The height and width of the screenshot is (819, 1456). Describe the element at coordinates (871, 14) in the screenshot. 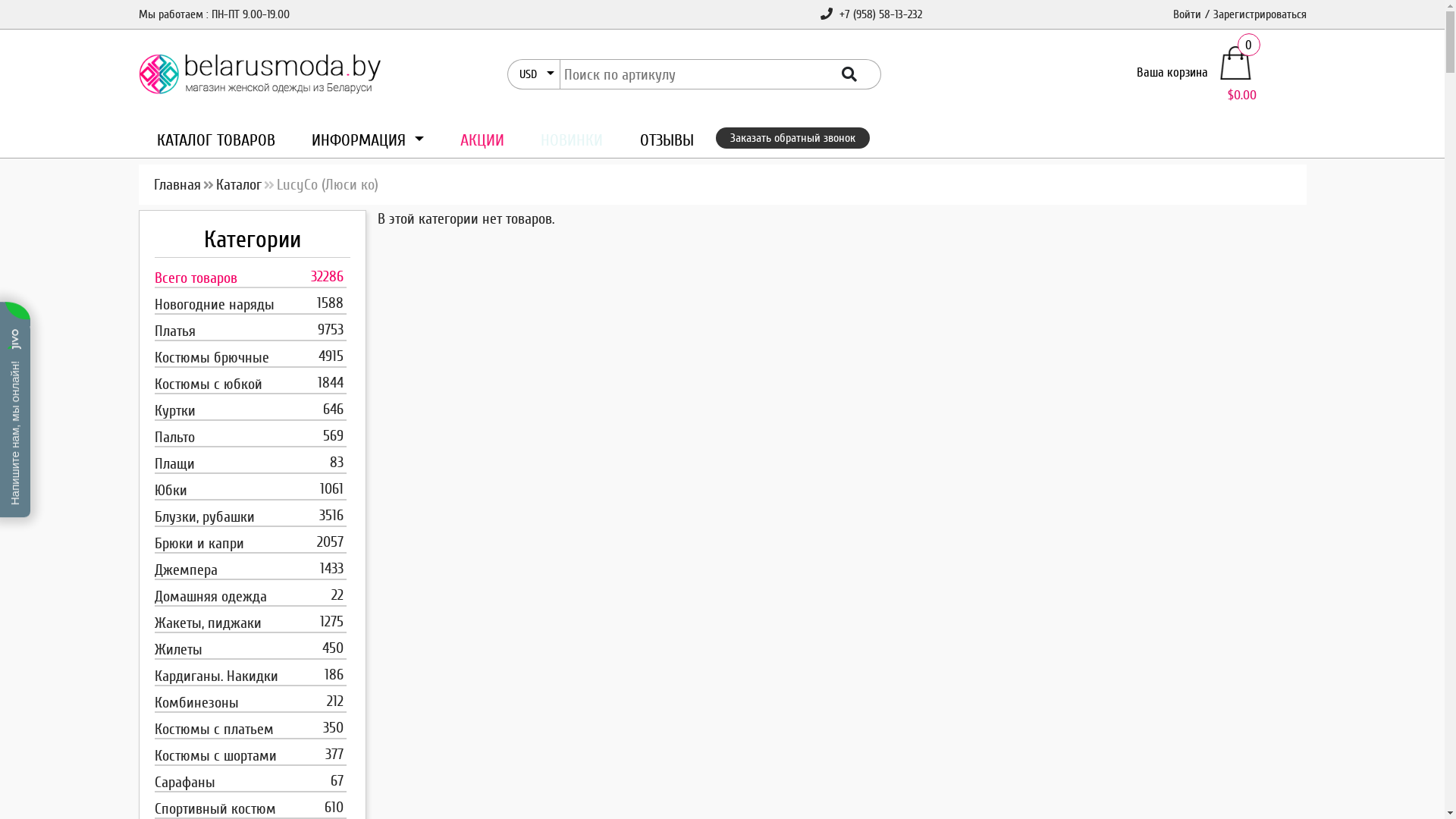

I see `'+7 (958) 58-13-232'` at that location.